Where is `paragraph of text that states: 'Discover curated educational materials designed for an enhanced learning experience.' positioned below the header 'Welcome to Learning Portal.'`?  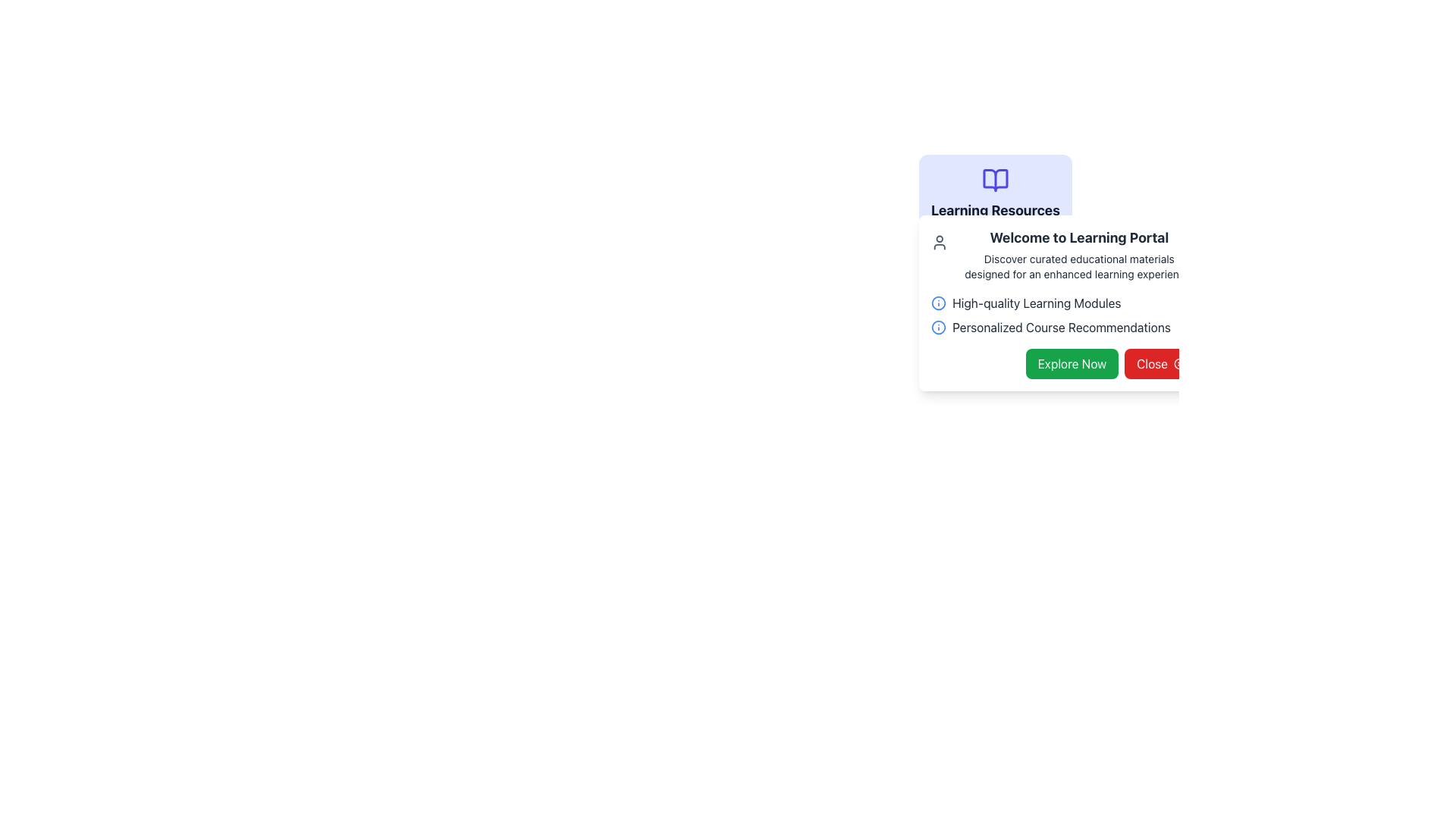 paragraph of text that states: 'Discover curated educational materials designed for an enhanced learning experience.' positioned below the header 'Welcome to Learning Portal.' is located at coordinates (1078, 265).